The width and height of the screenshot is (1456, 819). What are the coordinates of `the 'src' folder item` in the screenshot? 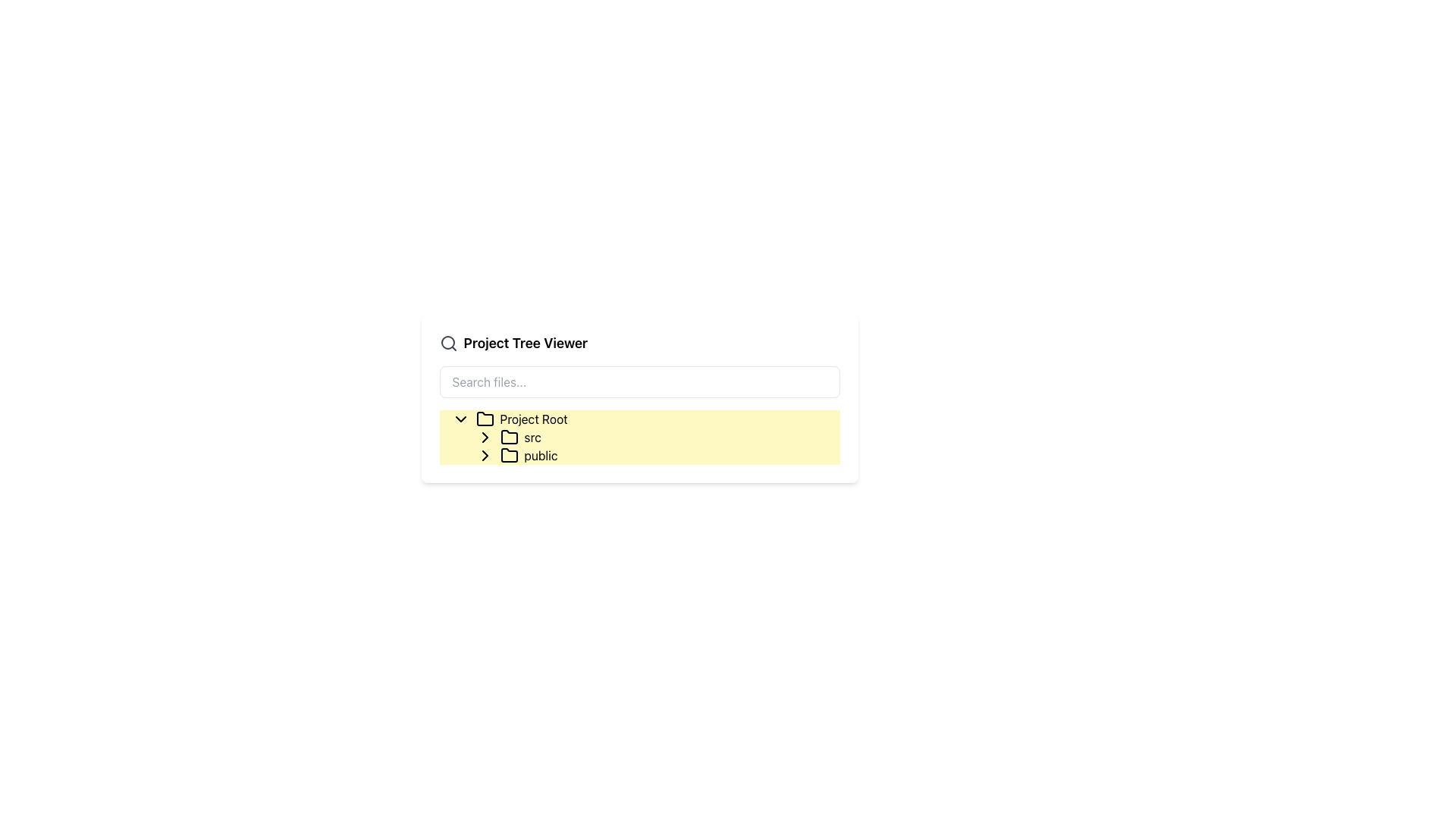 It's located at (520, 438).